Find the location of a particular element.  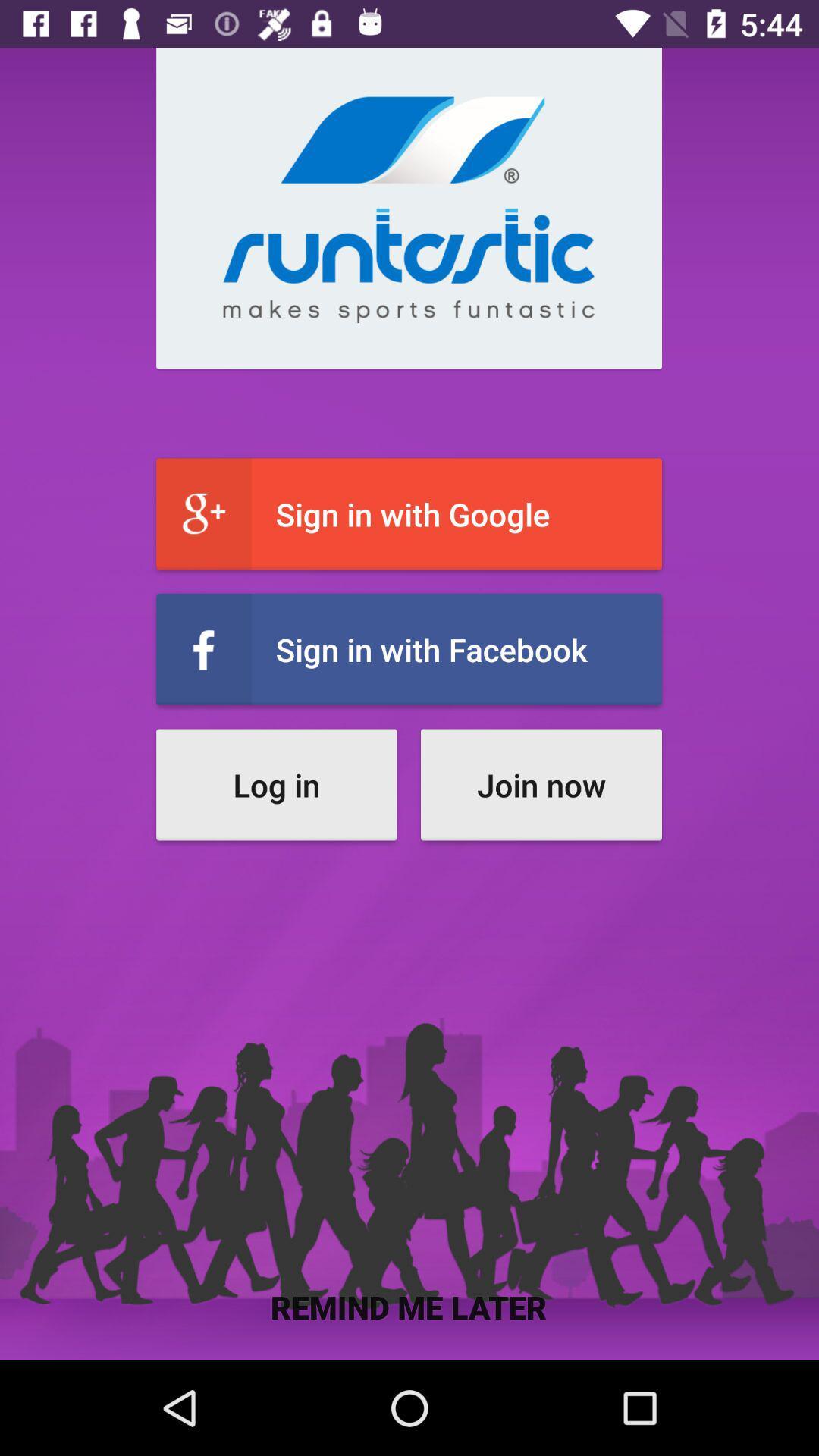

the icon next to log in icon is located at coordinates (540, 785).